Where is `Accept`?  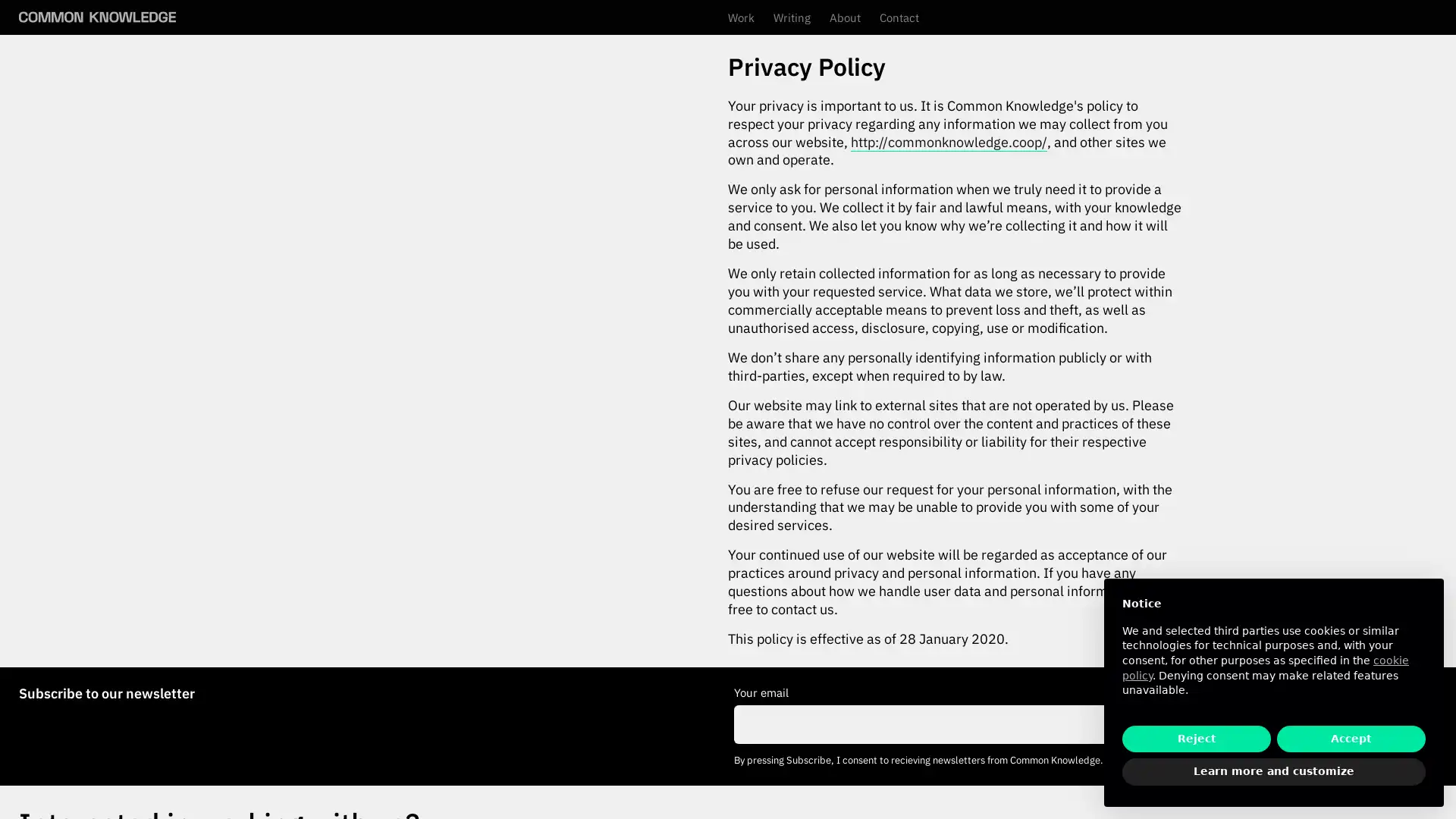
Accept is located at coordinates (1351, 738).